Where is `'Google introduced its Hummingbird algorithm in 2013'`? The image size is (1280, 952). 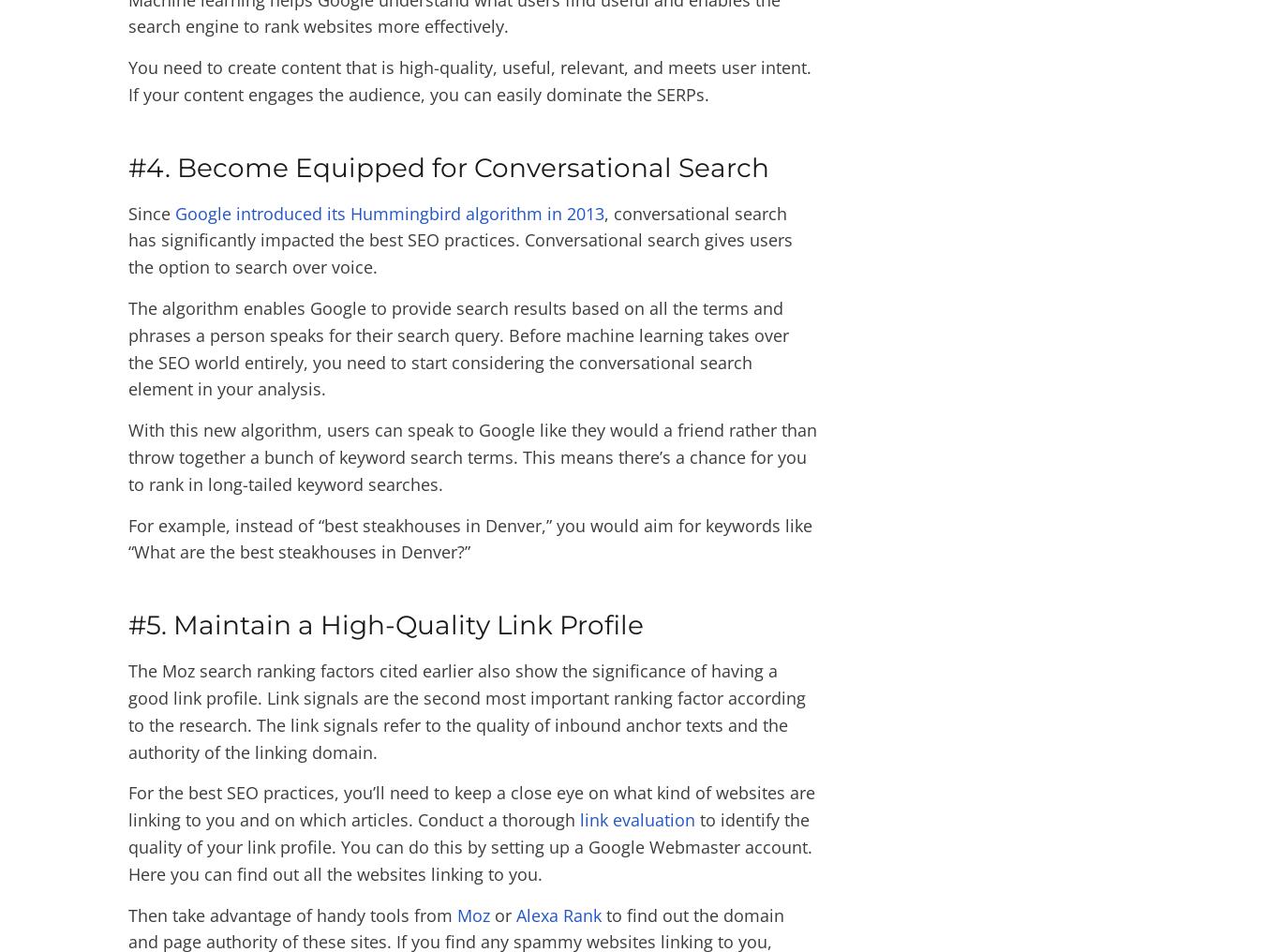 'Google introduced its Hummingbird algorithm in 2013' is located at coordinates (388, 212).